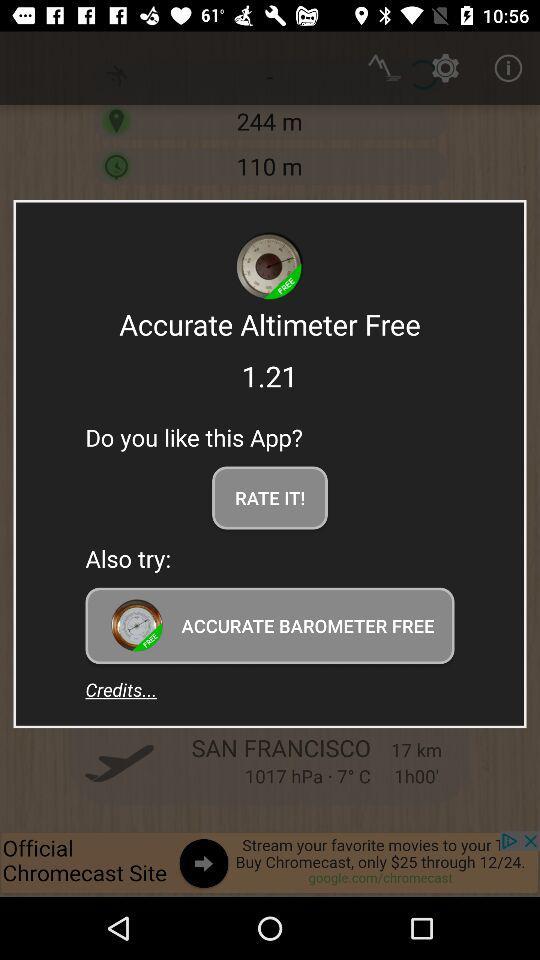 This screenshot has height=960, width=540. What do you see at coordinates (270, 496) in the screenshot?
I see `the item above accurate barometer free` at bounding box center [270, 496].